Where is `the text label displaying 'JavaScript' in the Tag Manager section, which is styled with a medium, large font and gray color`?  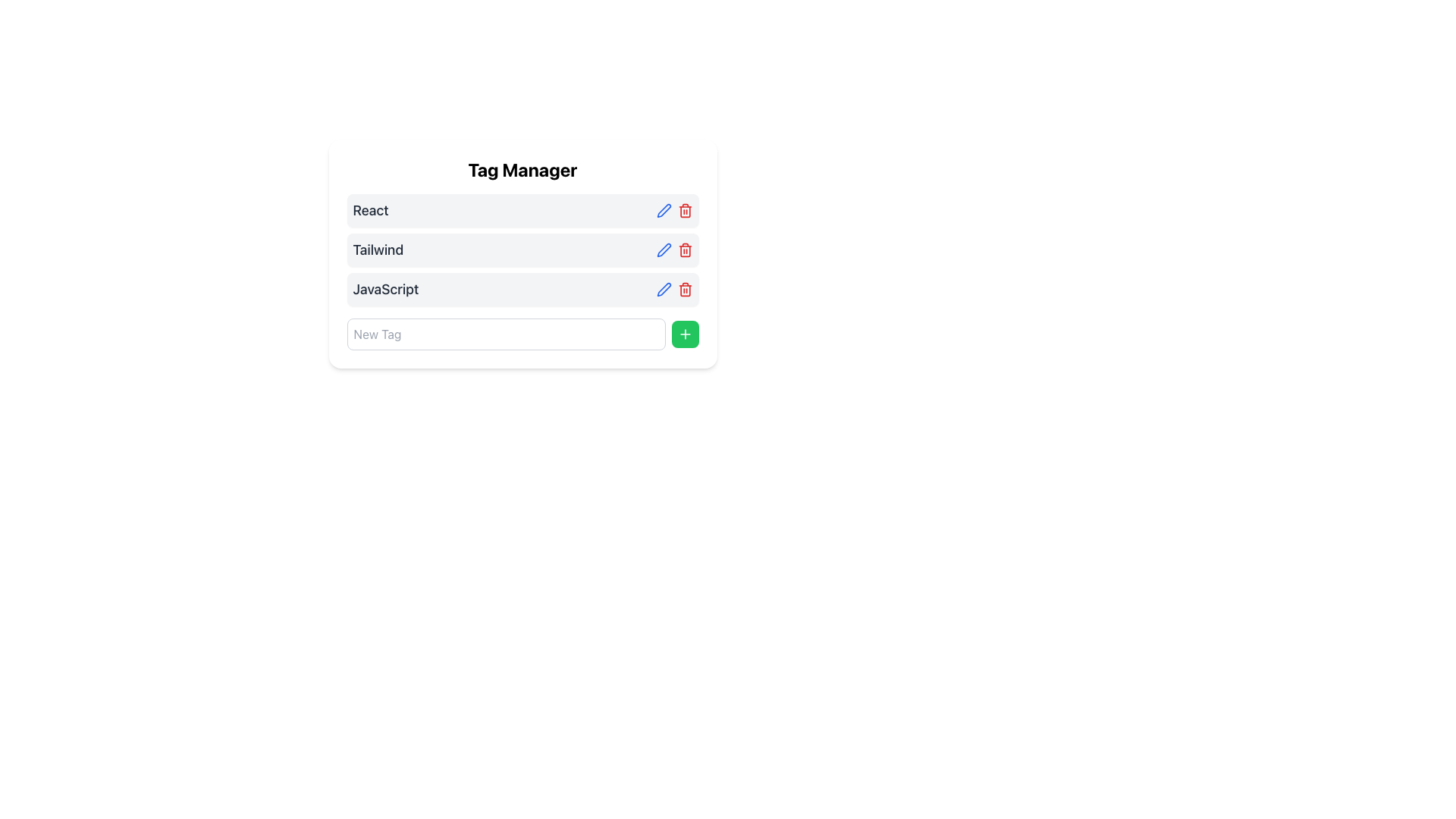
the text label displaying 'JavaScript' in the Tag Manager section, which is styled with a medium, large font and gray color is located at coordinates (385, 289).